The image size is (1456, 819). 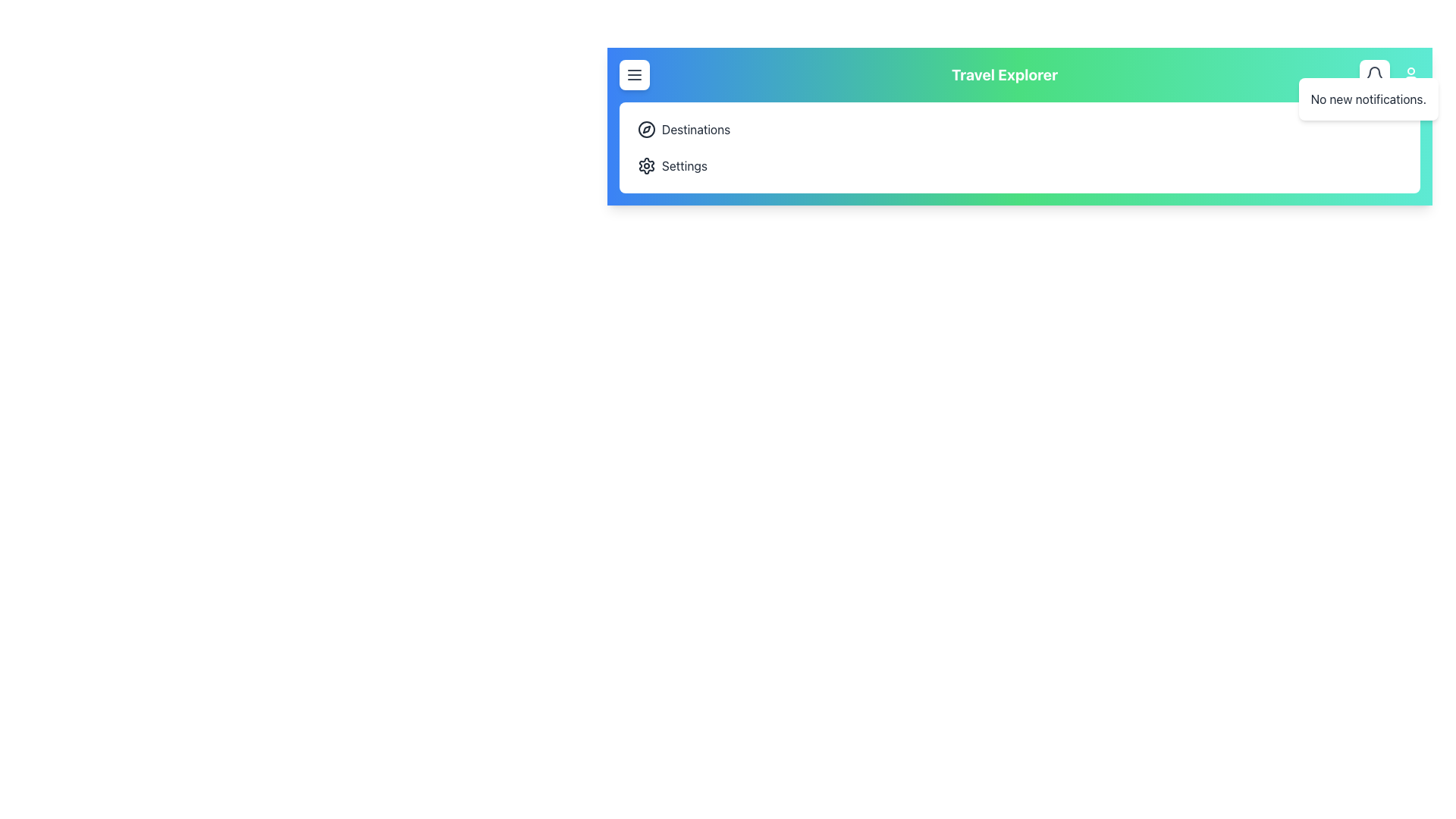 What do you see at coordinates (1410, 75) in the screenshot?
I see `the user profile icon located in the top navigation bar, which is the second icon to the right of the bell notification icon` at bounding box center [1410, 75].